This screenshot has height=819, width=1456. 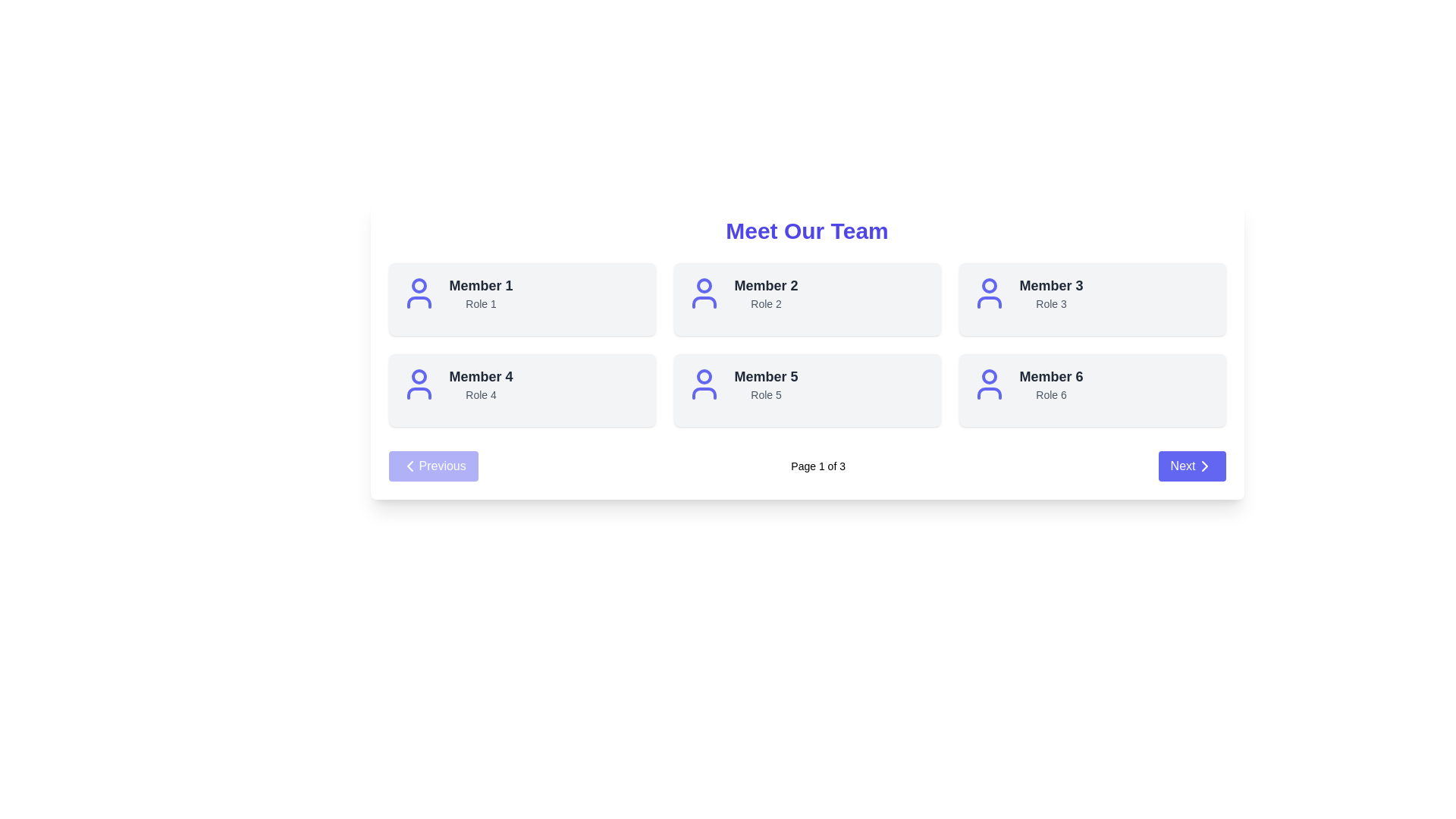 What do you see at coordinates (1050, 383) in the screenshot?
I see `text information displayed in the Text Block containing 'Member 6' and 'Role 6', located in the bottom-right position of a 2x3 grid layout` at bounding box center [1050, 383].